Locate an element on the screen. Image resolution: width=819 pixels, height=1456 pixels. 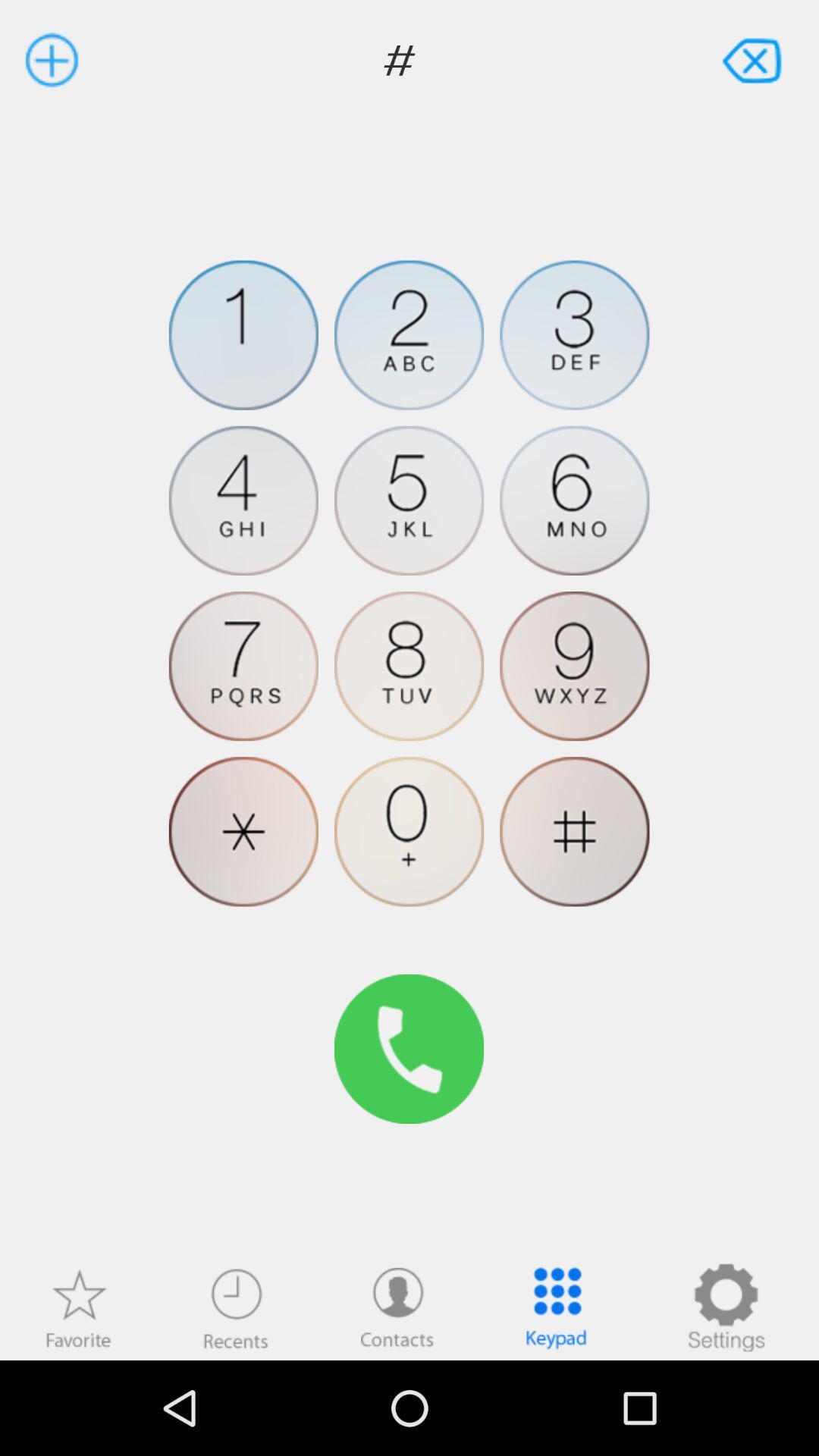
number nine is located at coordinates (574, 666).